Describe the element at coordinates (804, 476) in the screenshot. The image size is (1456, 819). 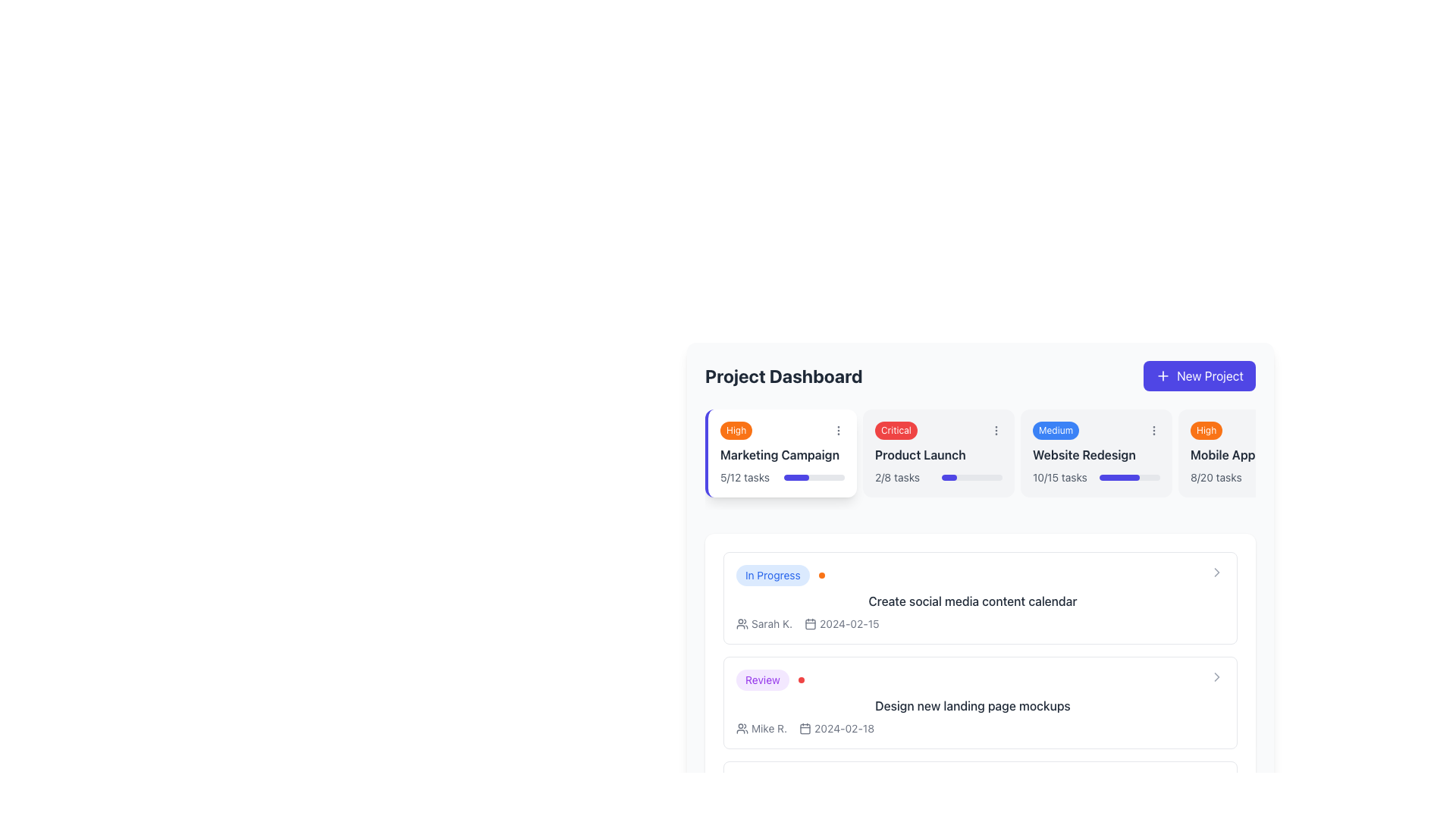
I see `progress on the bar` at that location.